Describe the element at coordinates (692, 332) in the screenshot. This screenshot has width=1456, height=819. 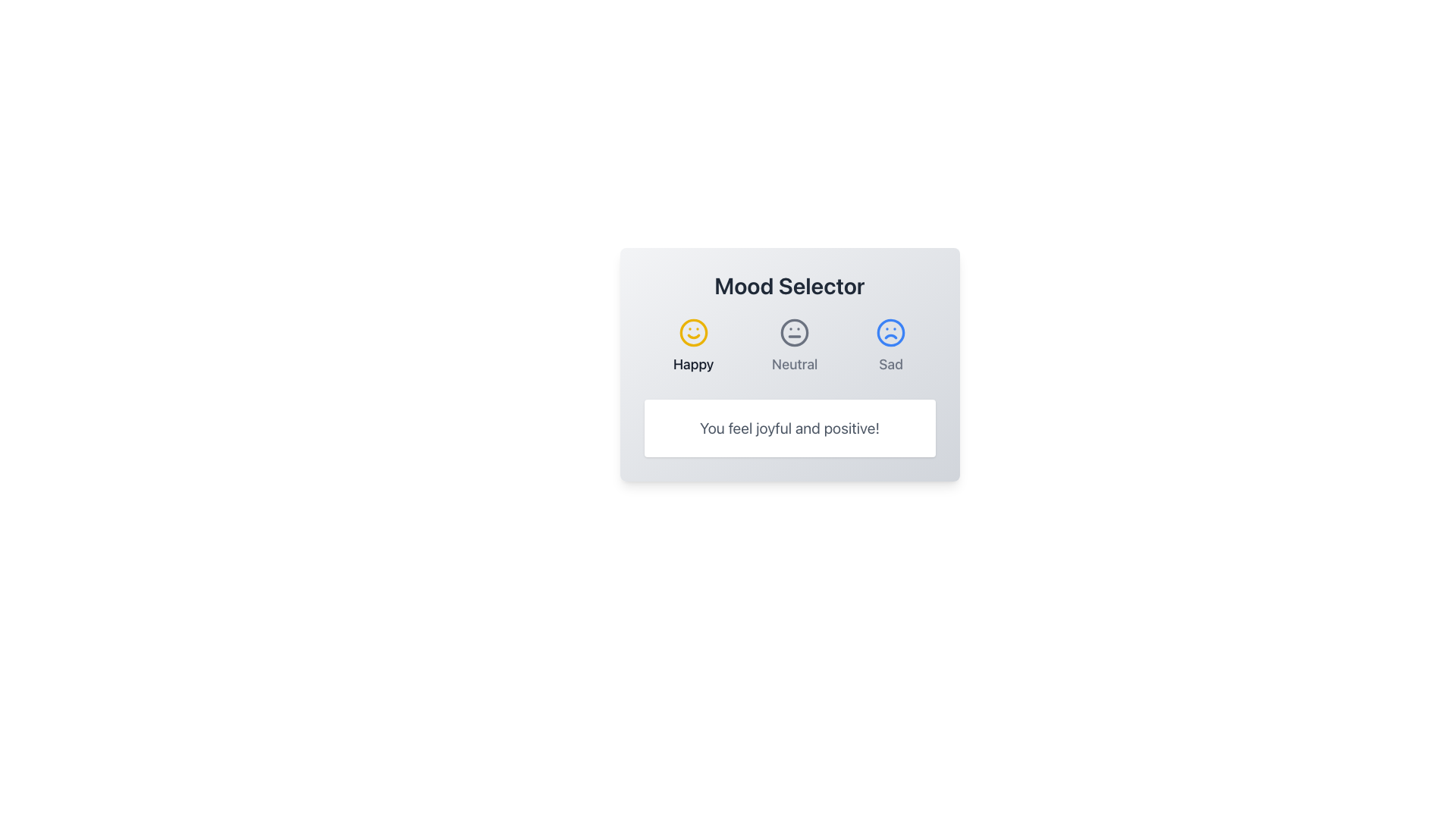
I see `the circular SVG ellipse that defines the outline of the smiley face icon in the mood selection interface` at that location.